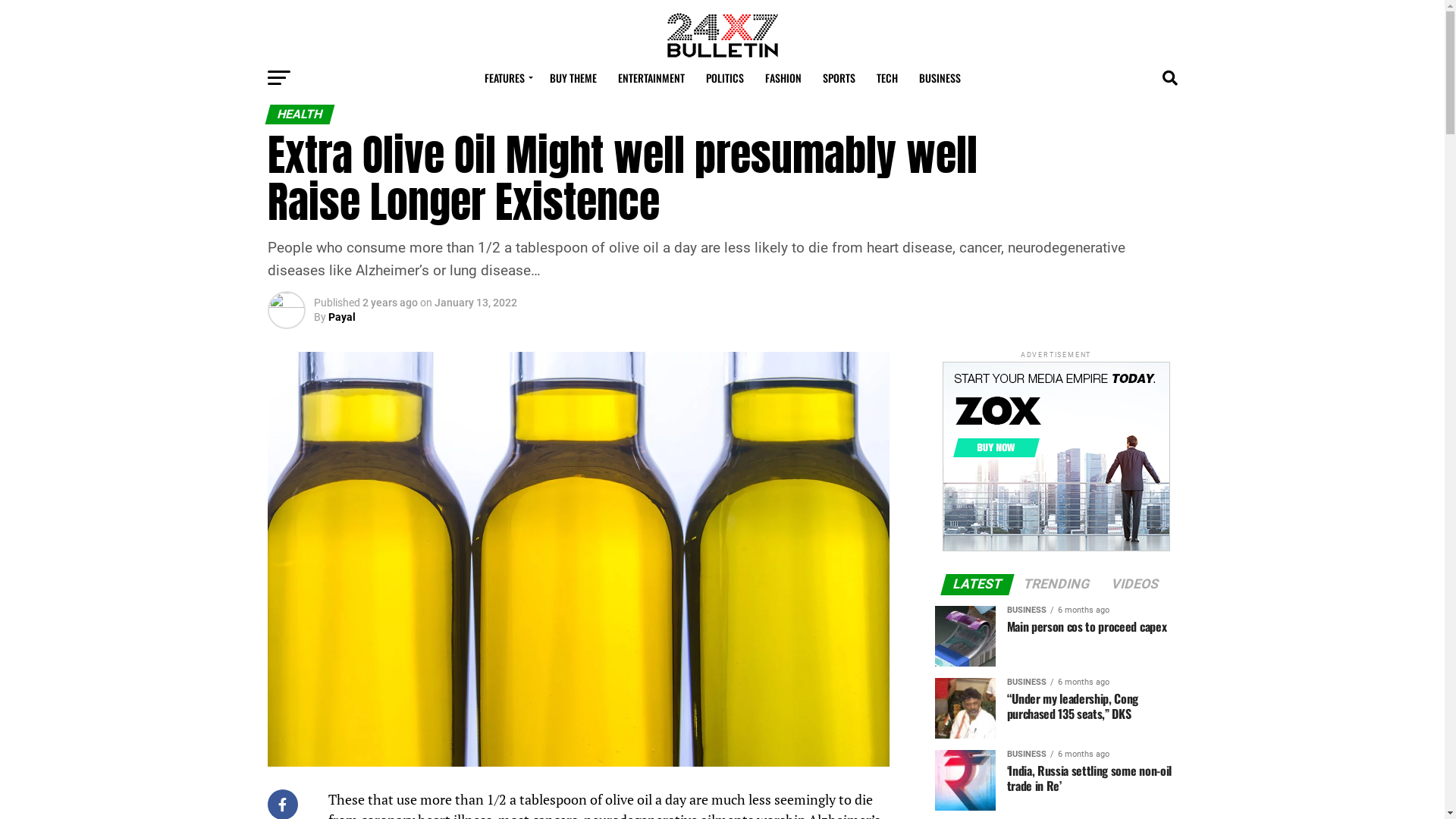 The width and height of the screenshot is (1456, 819). Describe the element at coordinates (695, 78) in the screenshot. I see `'POLITICS'` at that location.